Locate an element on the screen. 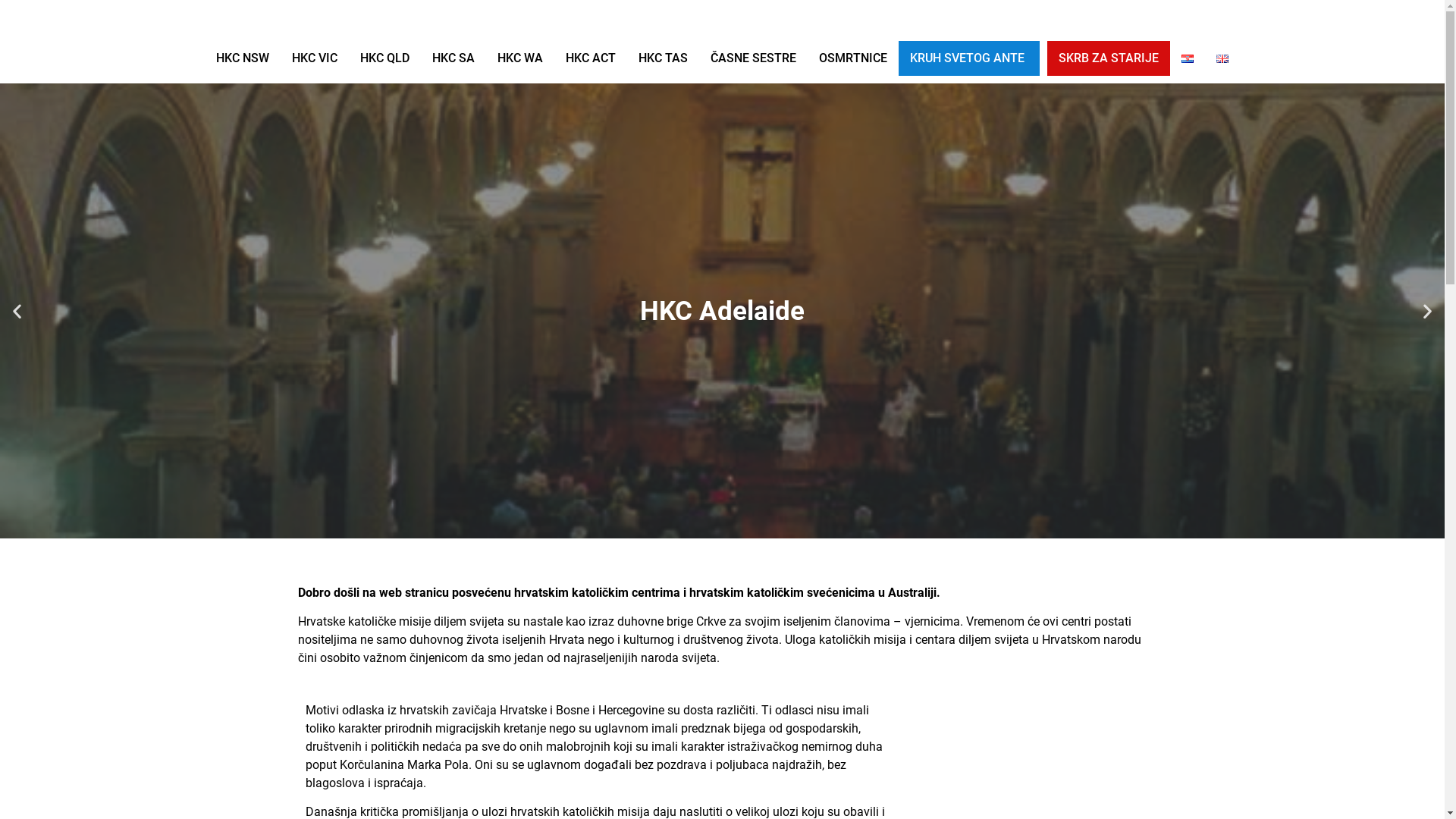 The height and width of the screenshot is (819, 1456). 'HKC Adelaide' is located at coordinates (721, 309).